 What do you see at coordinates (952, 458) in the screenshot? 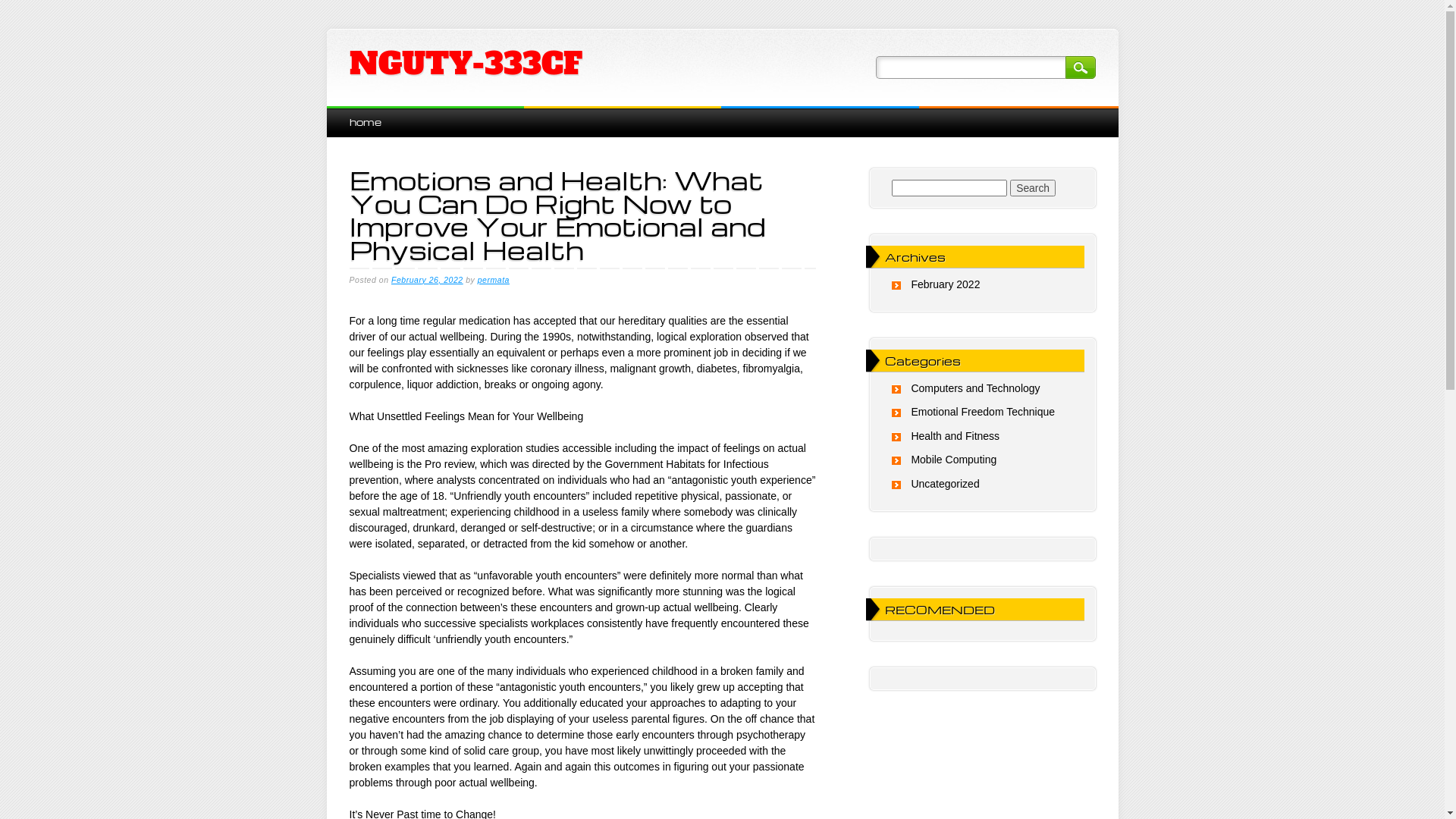
I see `'Mobile Computing'` at bounding box center [952, 458].